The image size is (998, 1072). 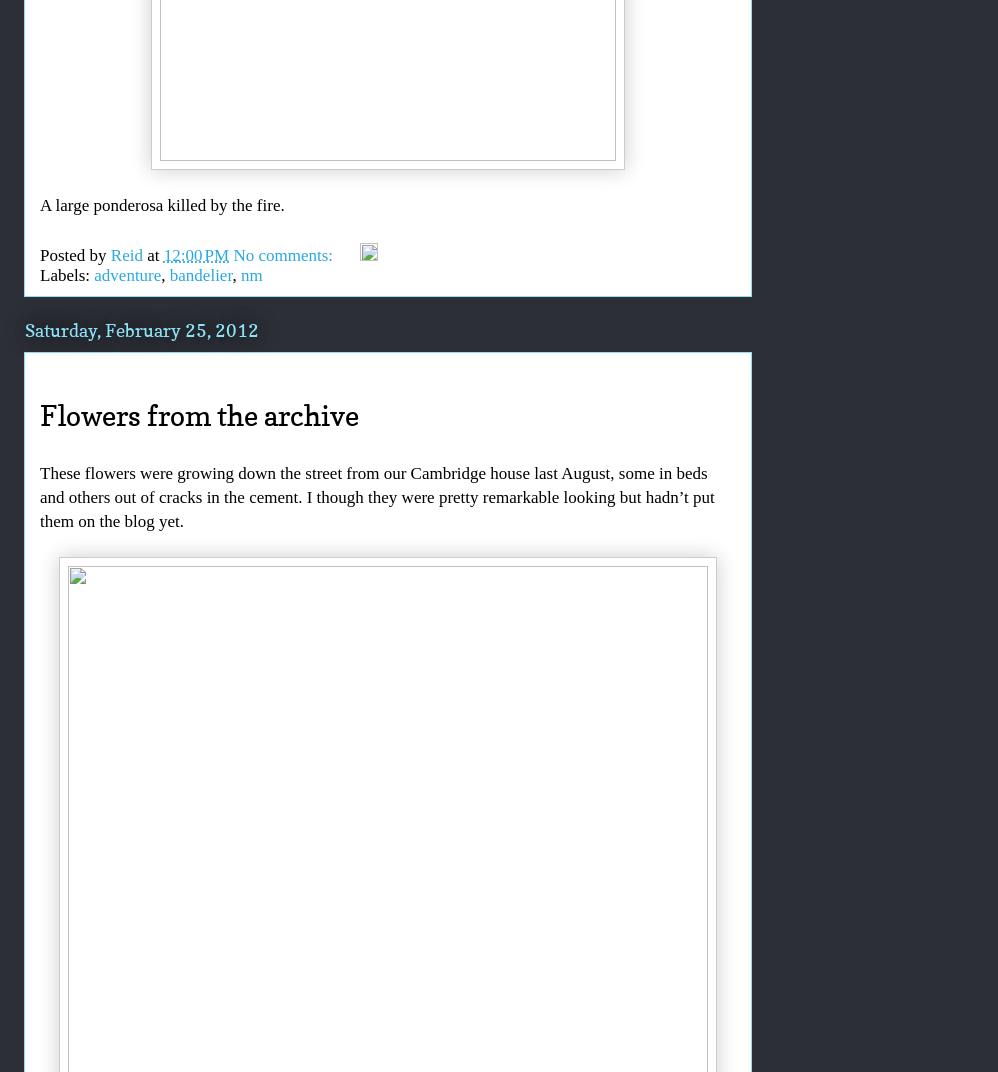 What do you see at coordinates (74, 254) in the screenshot?
I see `'Posted by'` at bounding box center [74, 254].